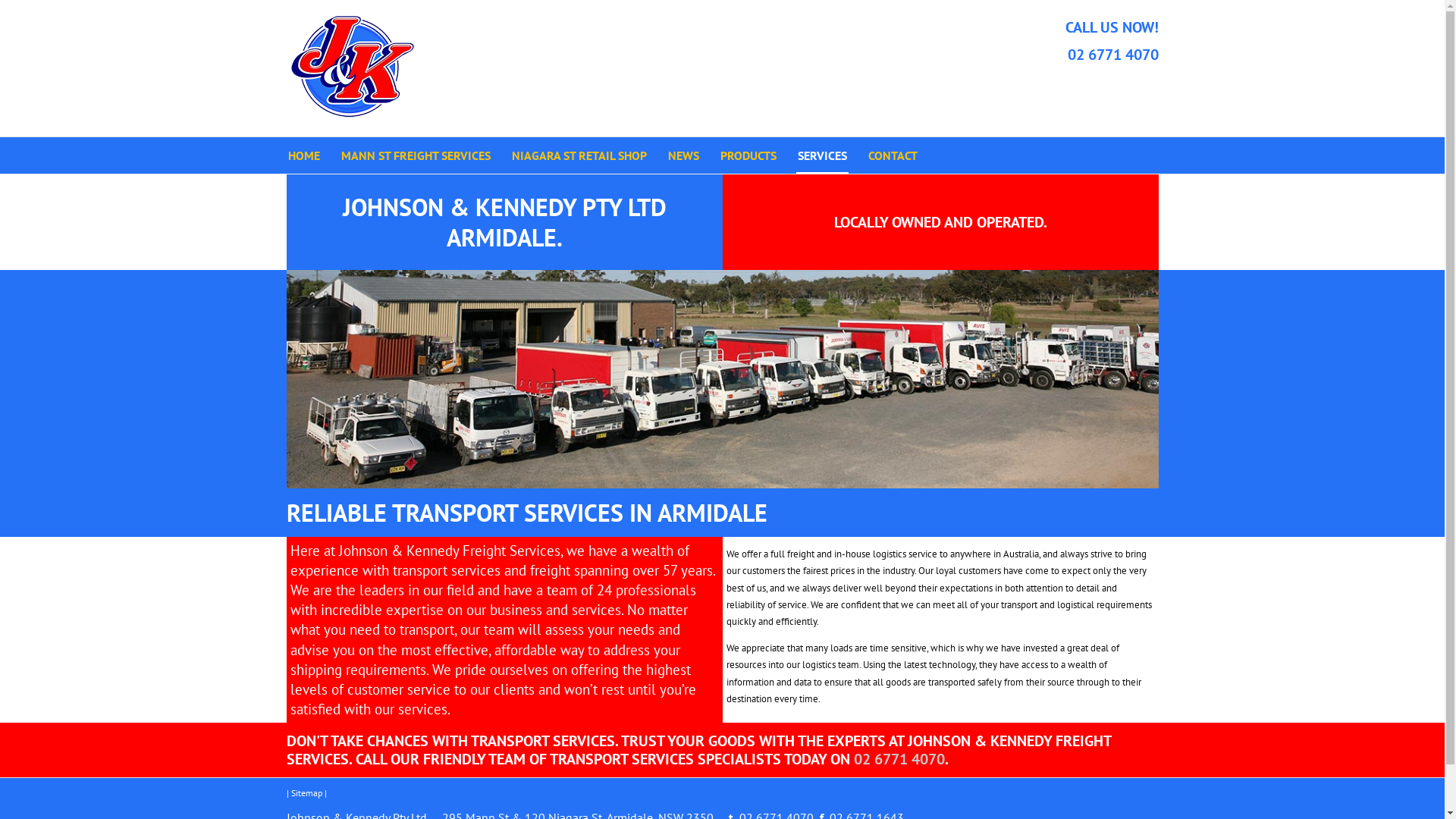 Image resolution: width=1456 pixels, height=819 pixels. I want to click on 'HOME', so click(303, 155).